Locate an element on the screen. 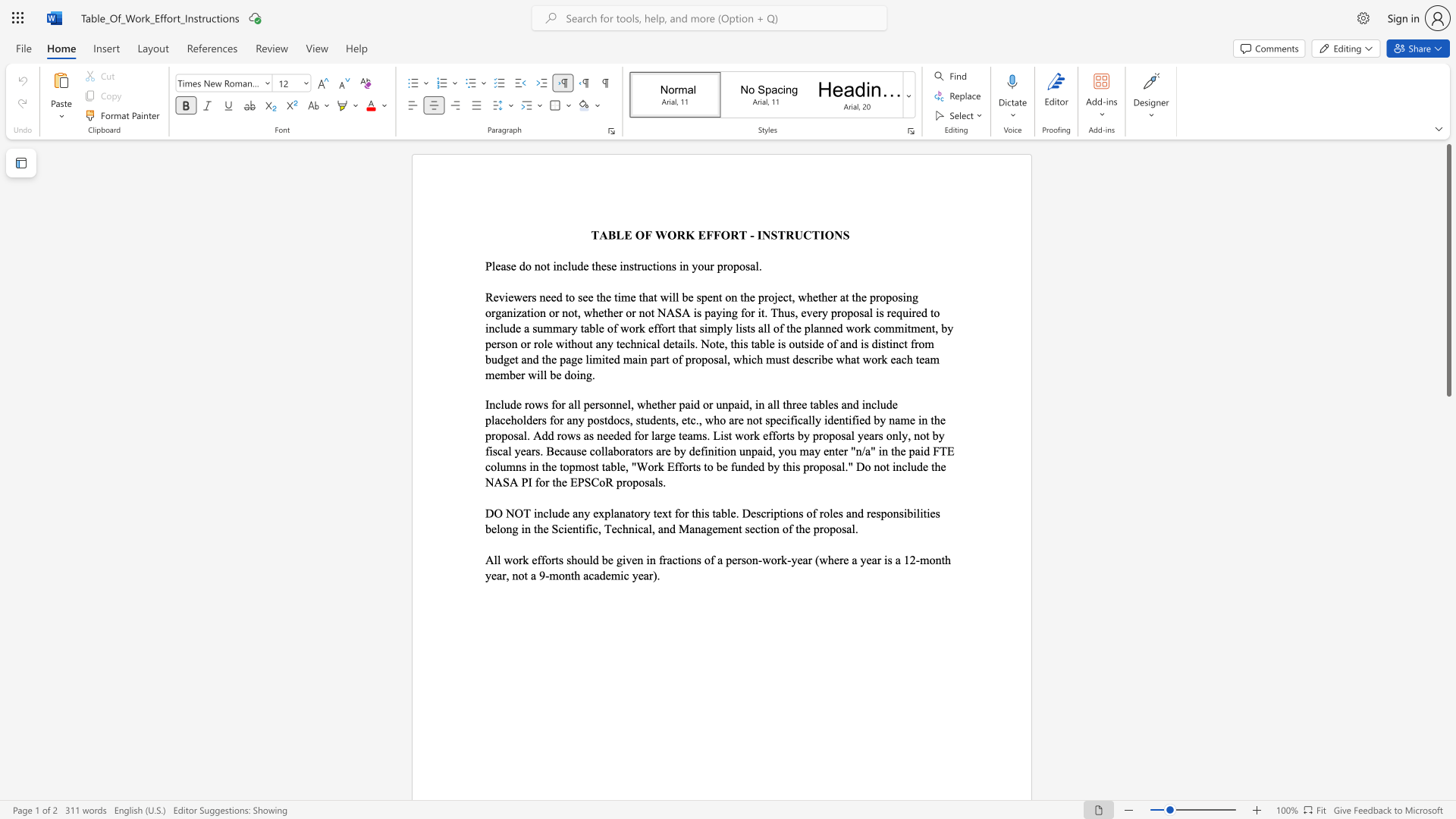  the scrollbar to move the page downward is located at coordinates (1448, 424).